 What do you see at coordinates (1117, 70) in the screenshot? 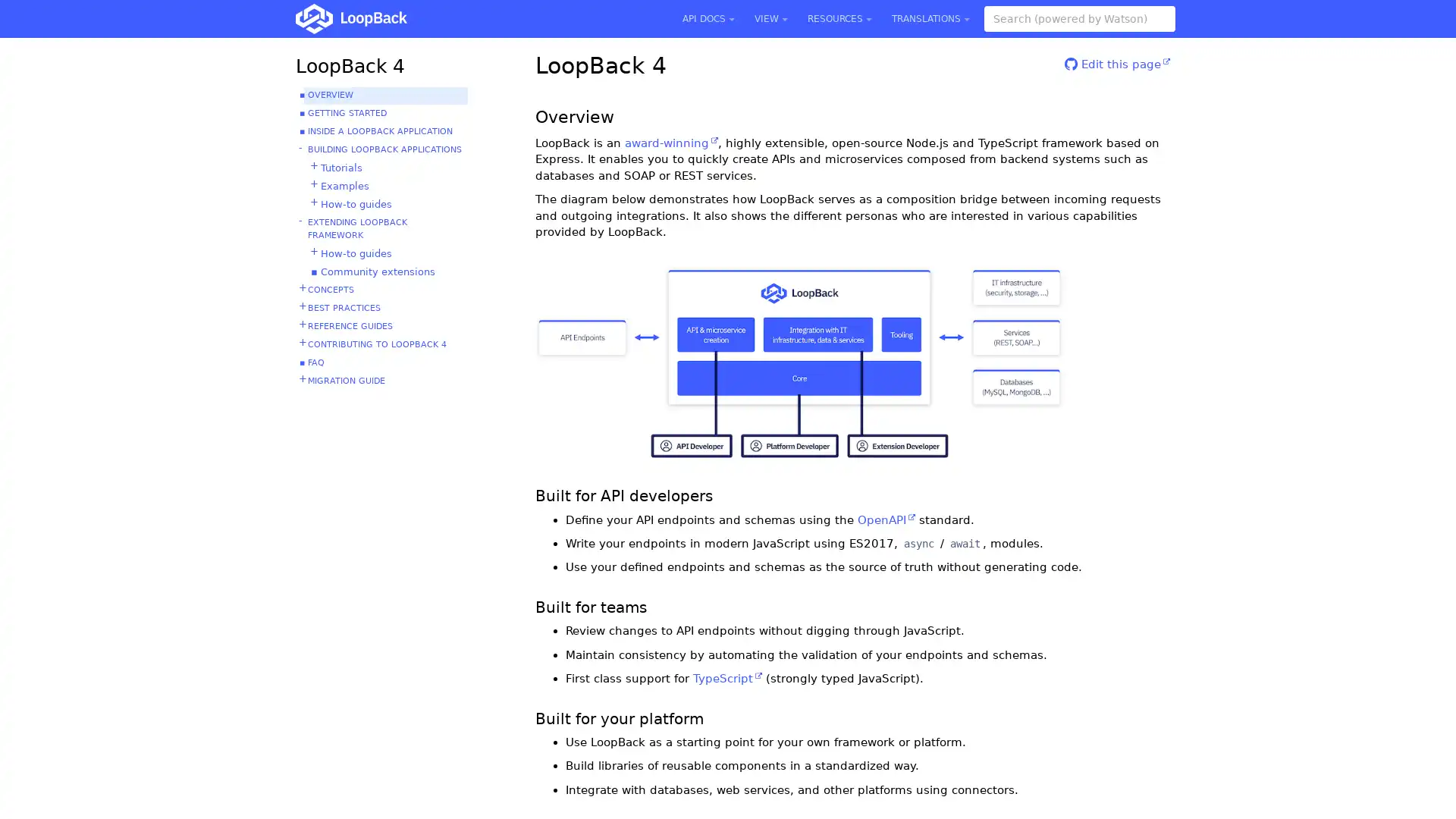
I see `Edit this page` at bounding box center [1117, 70].